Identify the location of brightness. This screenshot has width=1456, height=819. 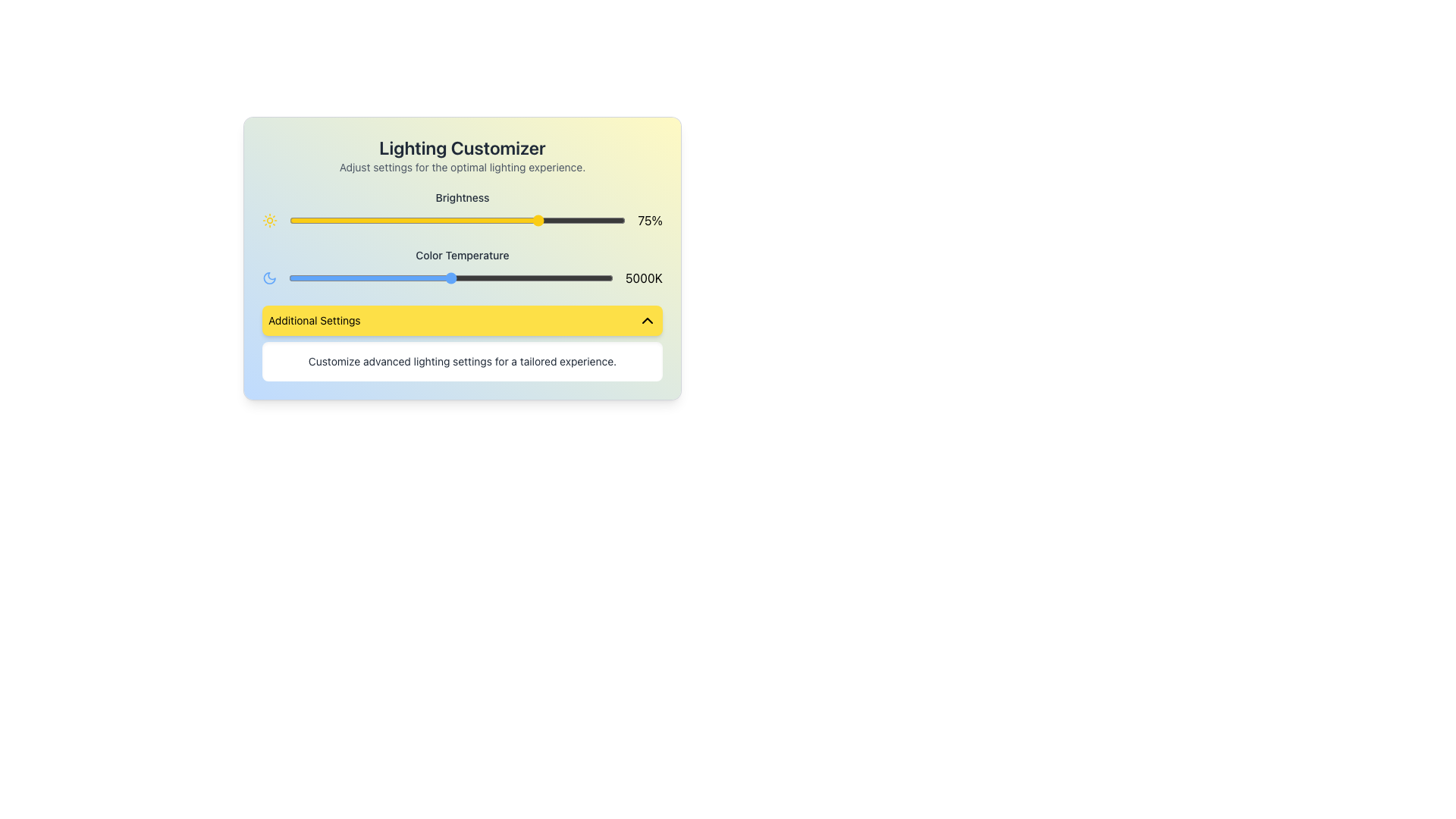
(450, 220).